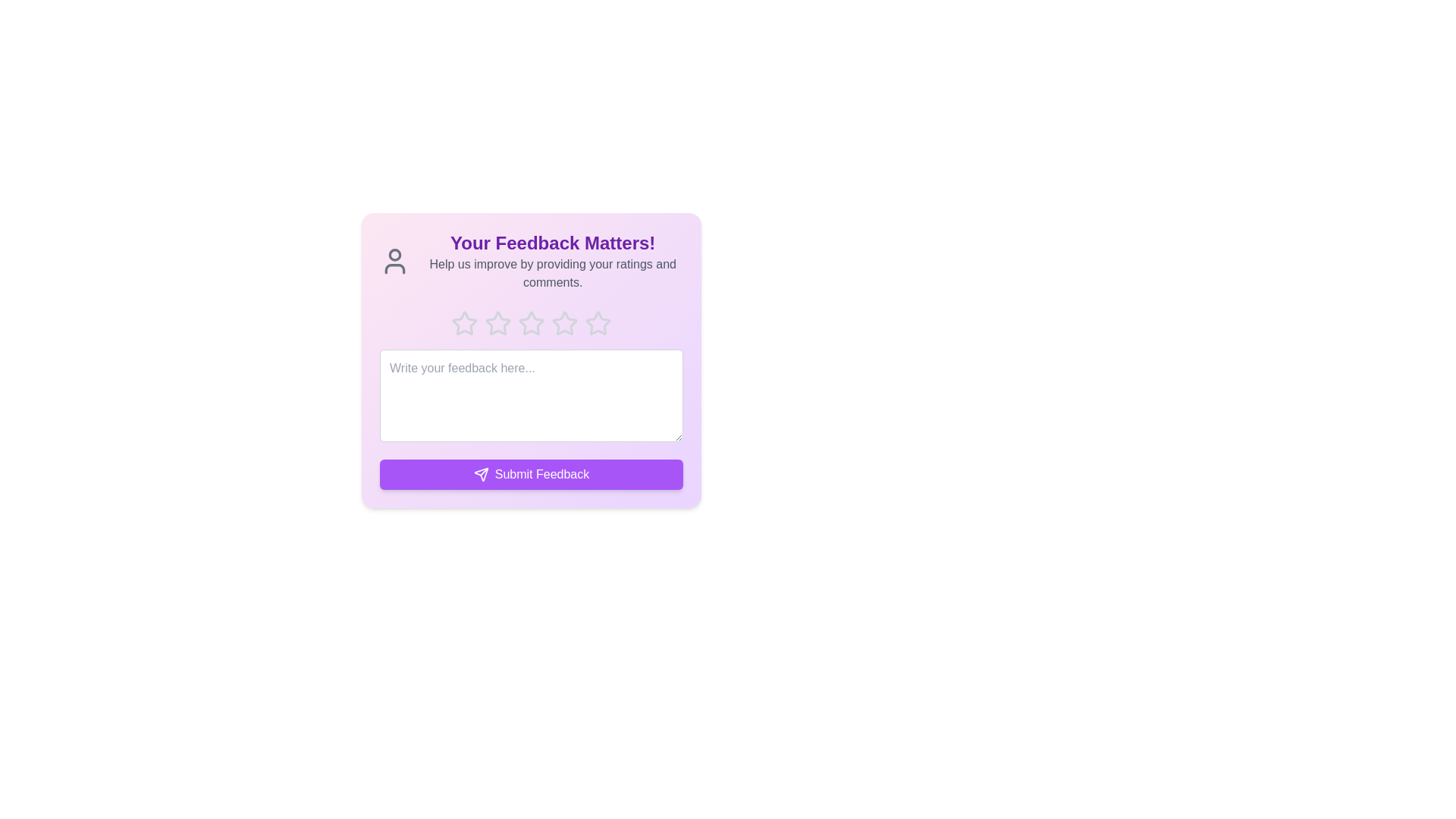 This screenshot has height=819, width=1456. What do you see at coordinates (563, 323) in the screenshot?
I see `the star corresponding to the desired rating 4` at bounding box center [563, 323].